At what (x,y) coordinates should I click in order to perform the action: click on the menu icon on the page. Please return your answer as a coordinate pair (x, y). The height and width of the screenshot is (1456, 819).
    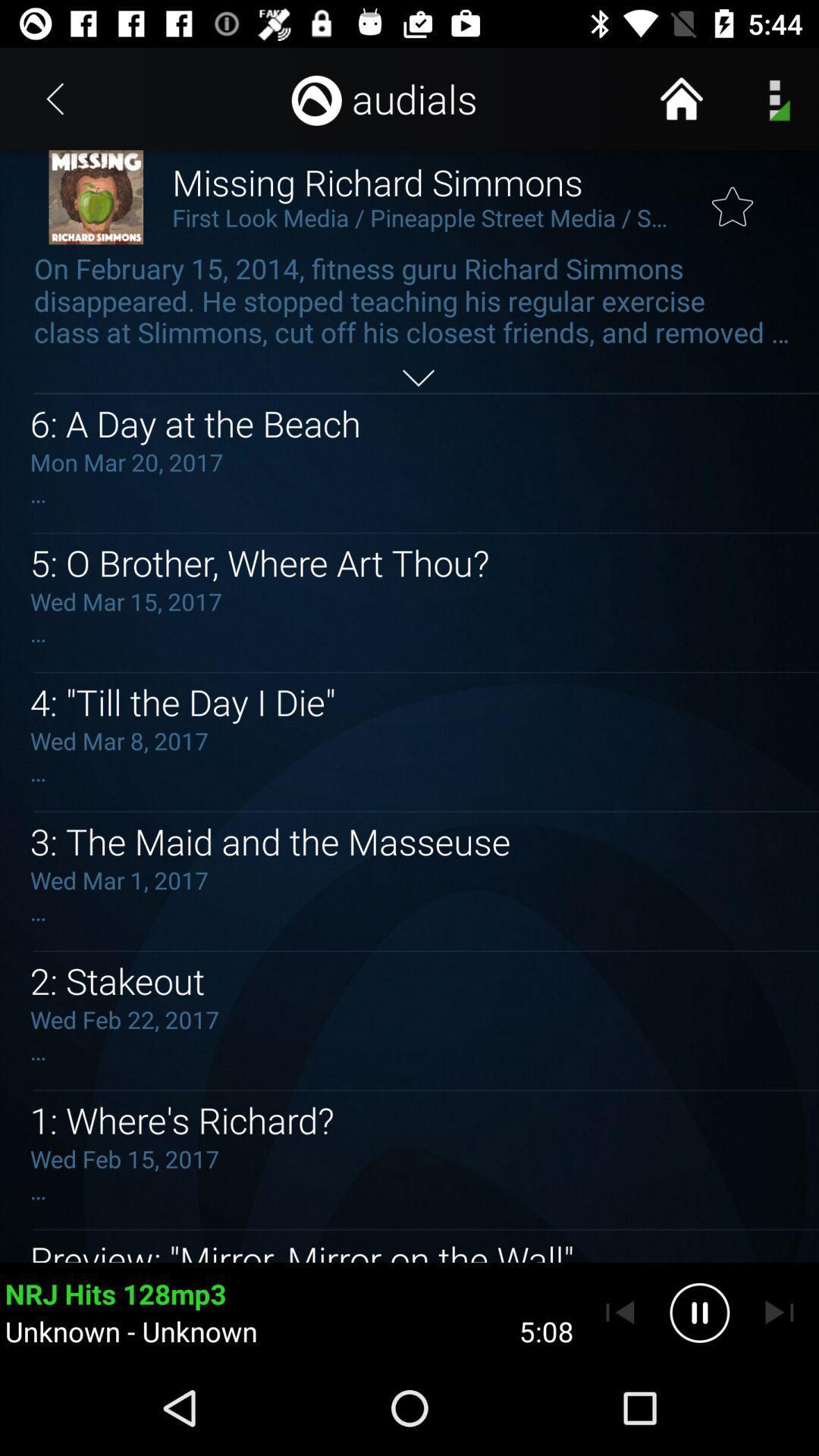
    Looking at the image, I should click on (773, 98).